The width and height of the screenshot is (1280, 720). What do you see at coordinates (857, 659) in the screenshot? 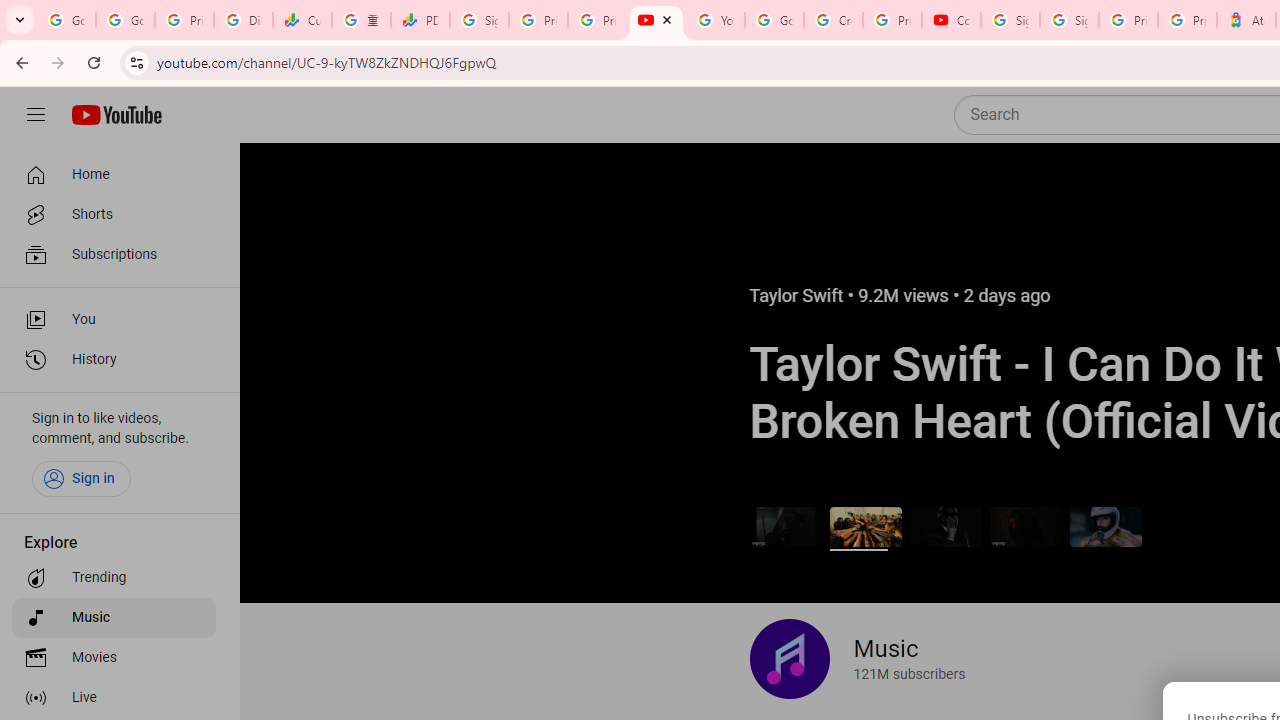
I see `'Music 121 million subscribers'` at bounding box center [857, 659].